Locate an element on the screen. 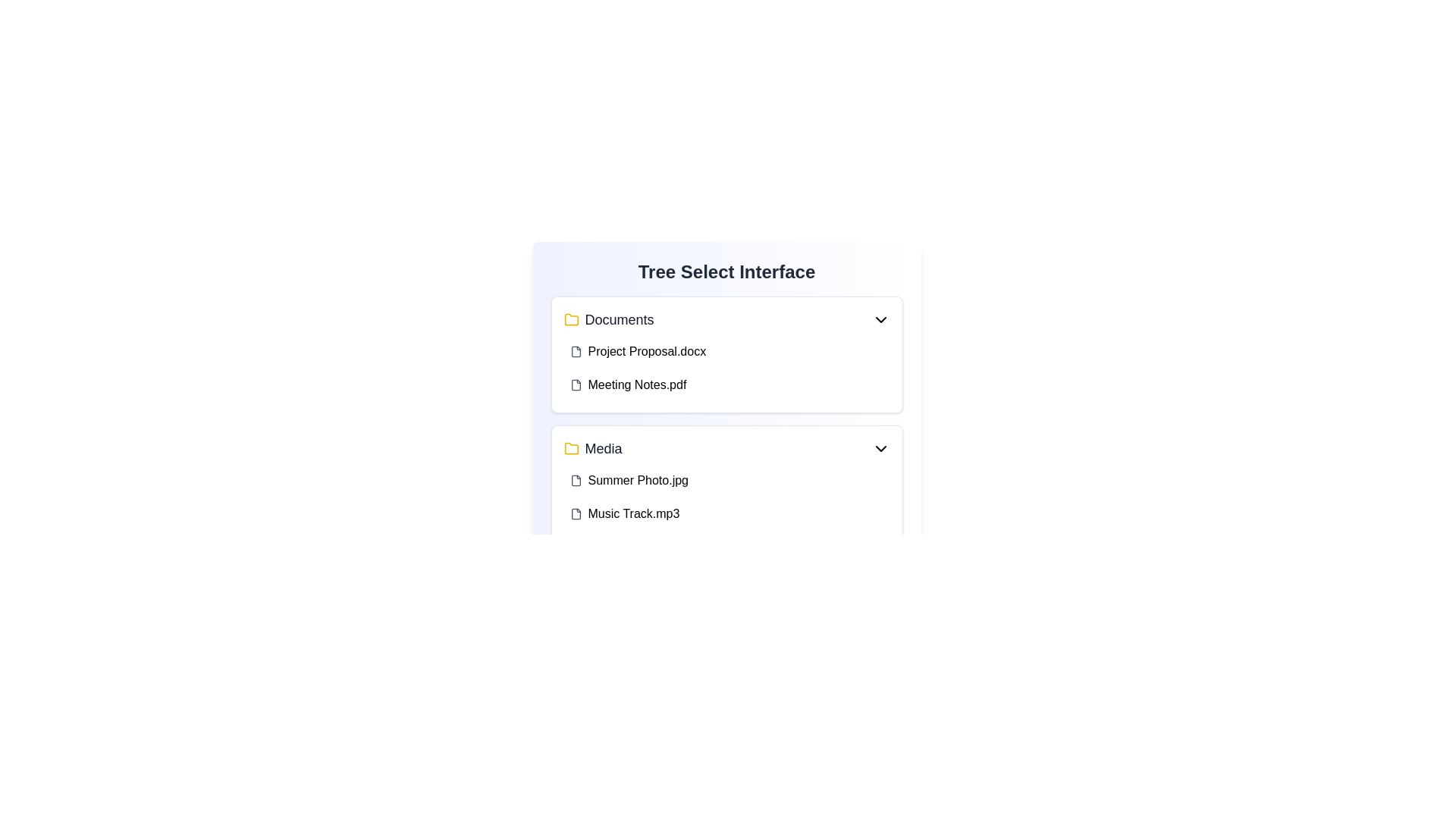 The width and height of the screenshot is (1456, 819). on the first item in the 'Documents' section, which displays the file name 'Project Proposal.docx' is located at coordinates (726, 351).